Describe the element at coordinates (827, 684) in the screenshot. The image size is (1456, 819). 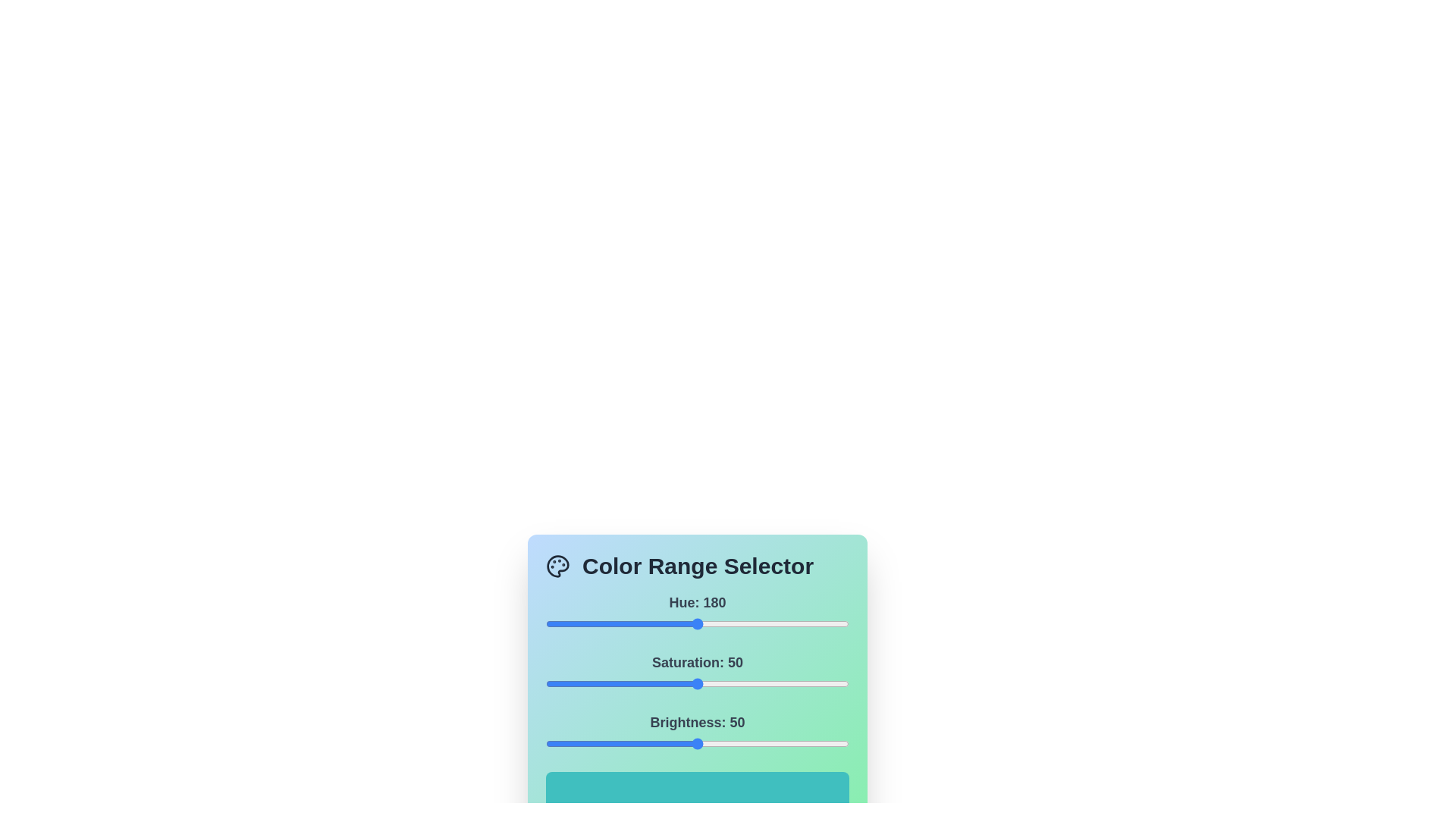
I see `the 1 slider to 93` at that location.